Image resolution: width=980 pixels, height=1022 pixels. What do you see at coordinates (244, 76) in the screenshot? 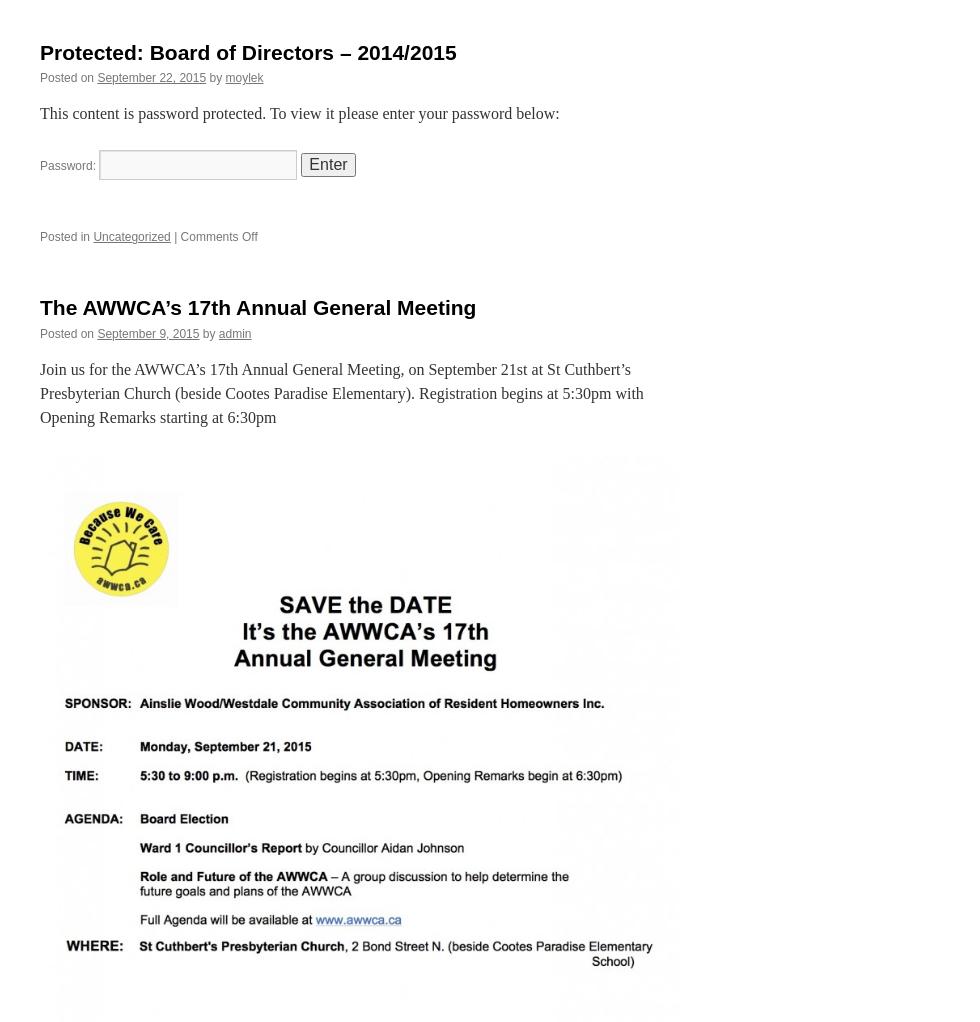
I see `'moylek'` at bounding box center [244, 76].